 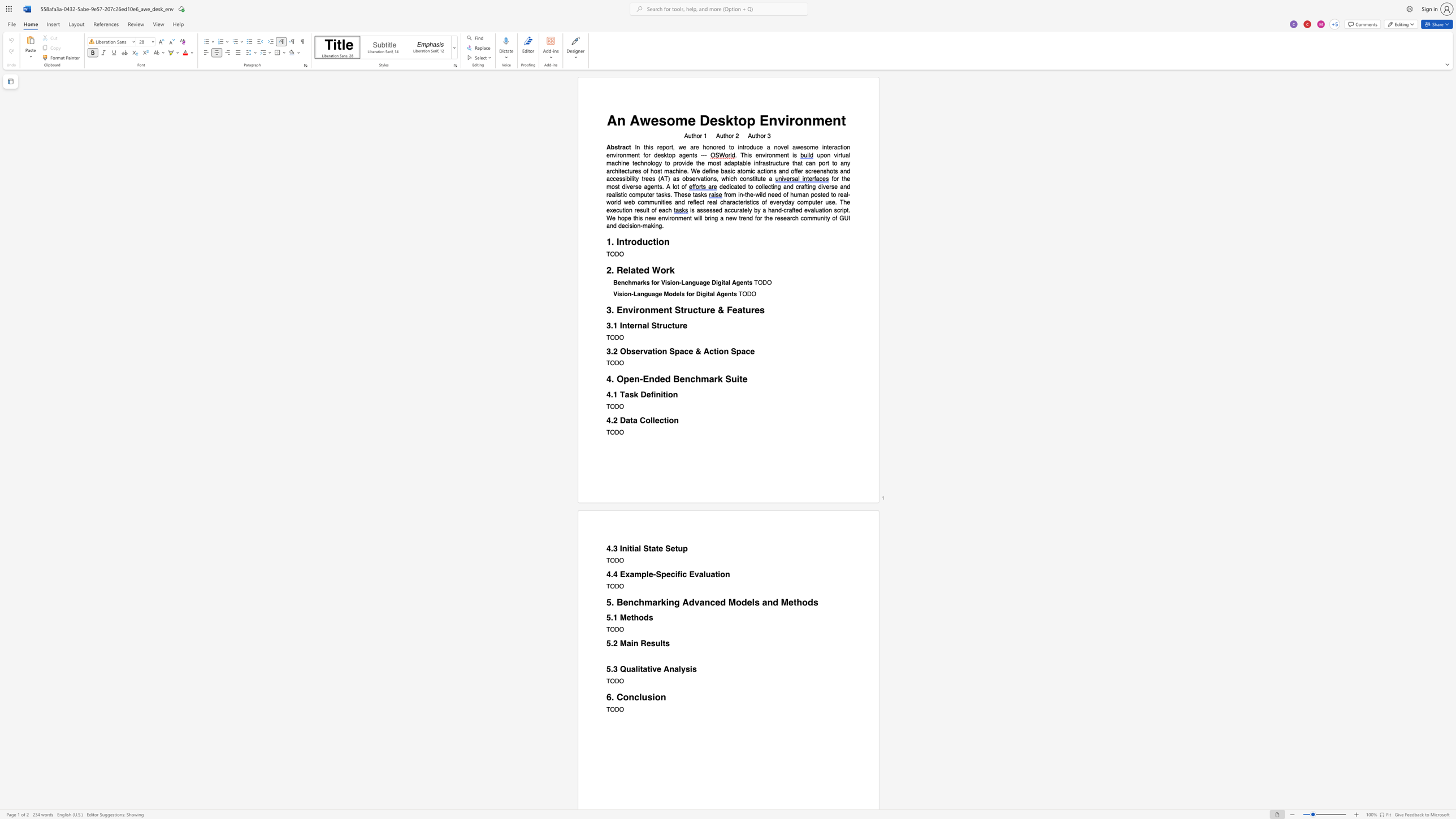 I want to click on the subset text "s report, we are honored to introduce a novel aw" within the text "In this report, we are honored to introduce a novel awesome interaction environment for desktop agents ---", so click(x=649, y=147).